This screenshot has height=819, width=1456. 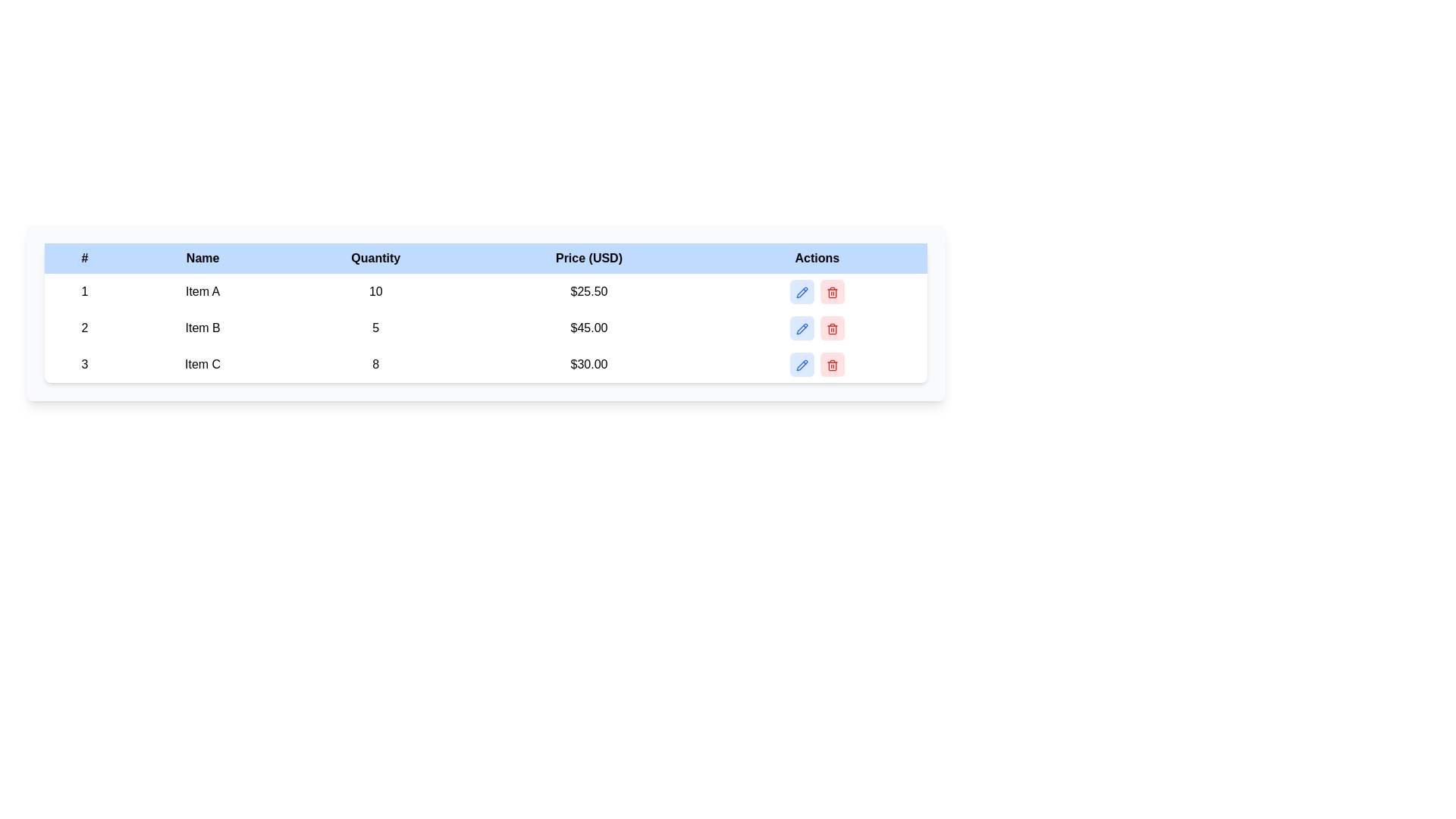 I want to click on the text label that reads 'Actions', styled with bold black text on a light blue background, which is the last header in the table structure, so click(x=816, y=257).